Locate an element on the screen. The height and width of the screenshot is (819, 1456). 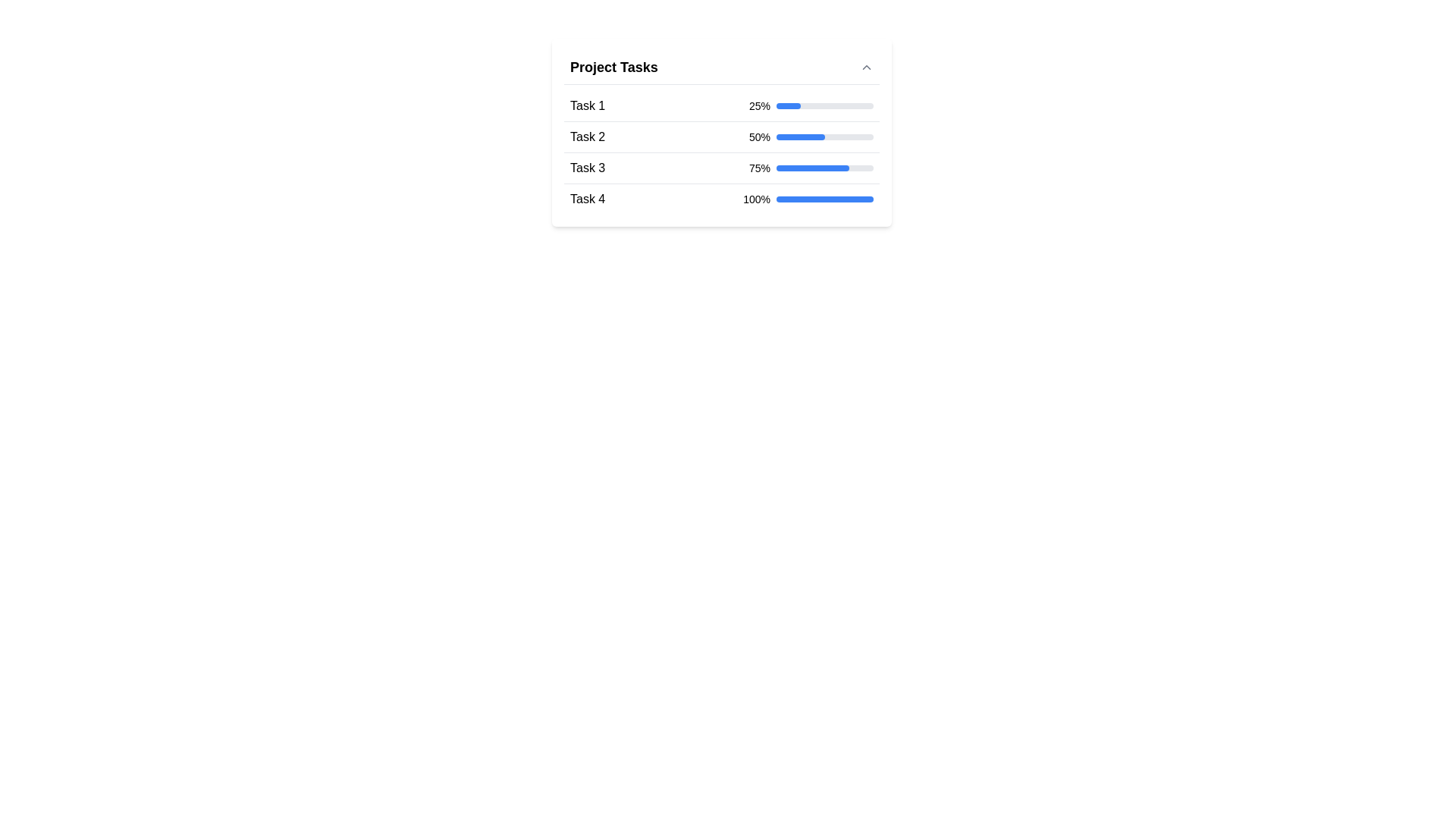
the visual representation of the progress of Task 3, which is currently at 75% completion in the project management interface is located at coordinates (811, 168).